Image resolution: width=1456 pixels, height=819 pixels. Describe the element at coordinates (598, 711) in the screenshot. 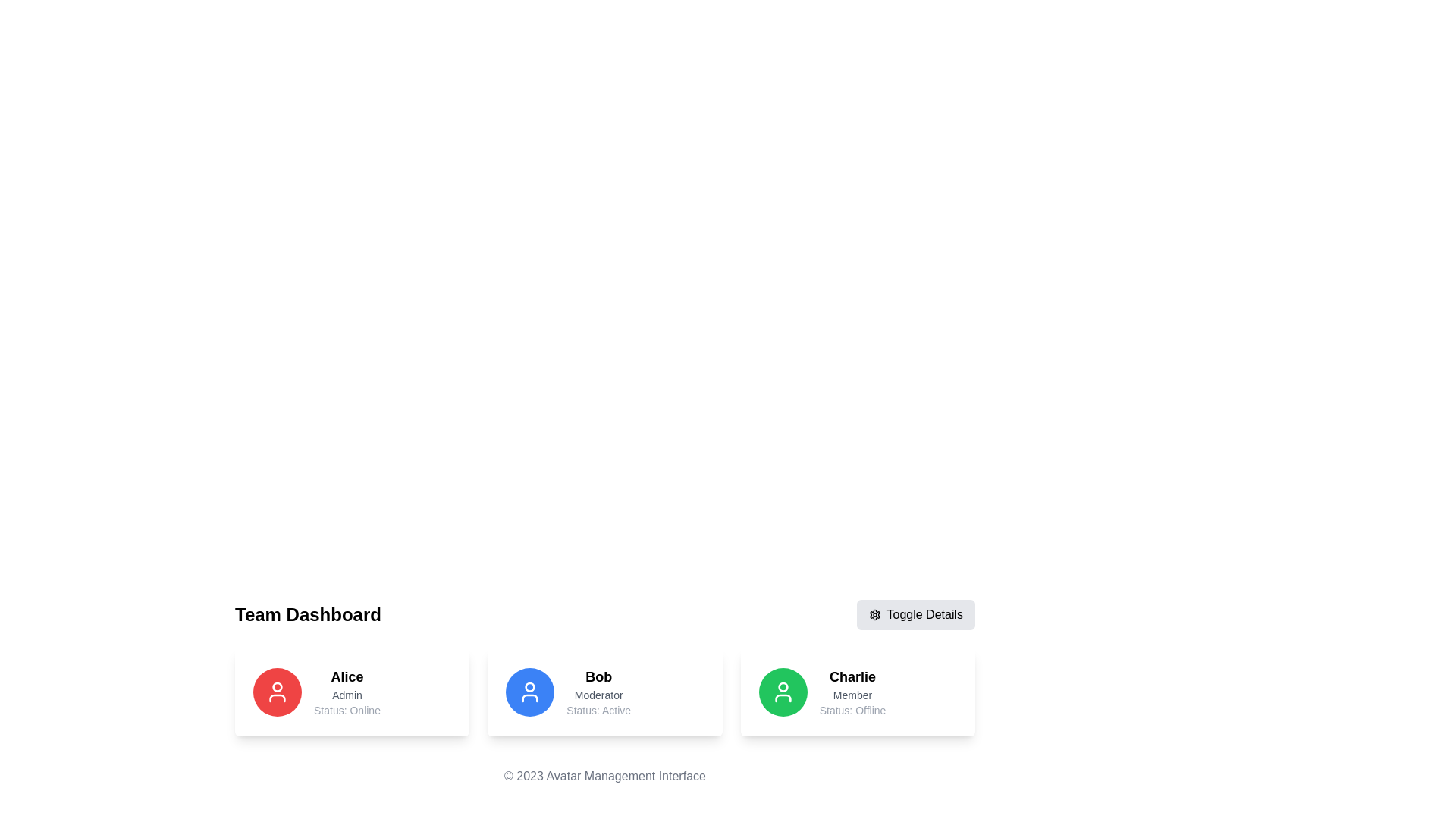

I see `the text label displaying 'Status: Active' that is located below 'Moderator' in the card under the header 'Bob'` at that location.